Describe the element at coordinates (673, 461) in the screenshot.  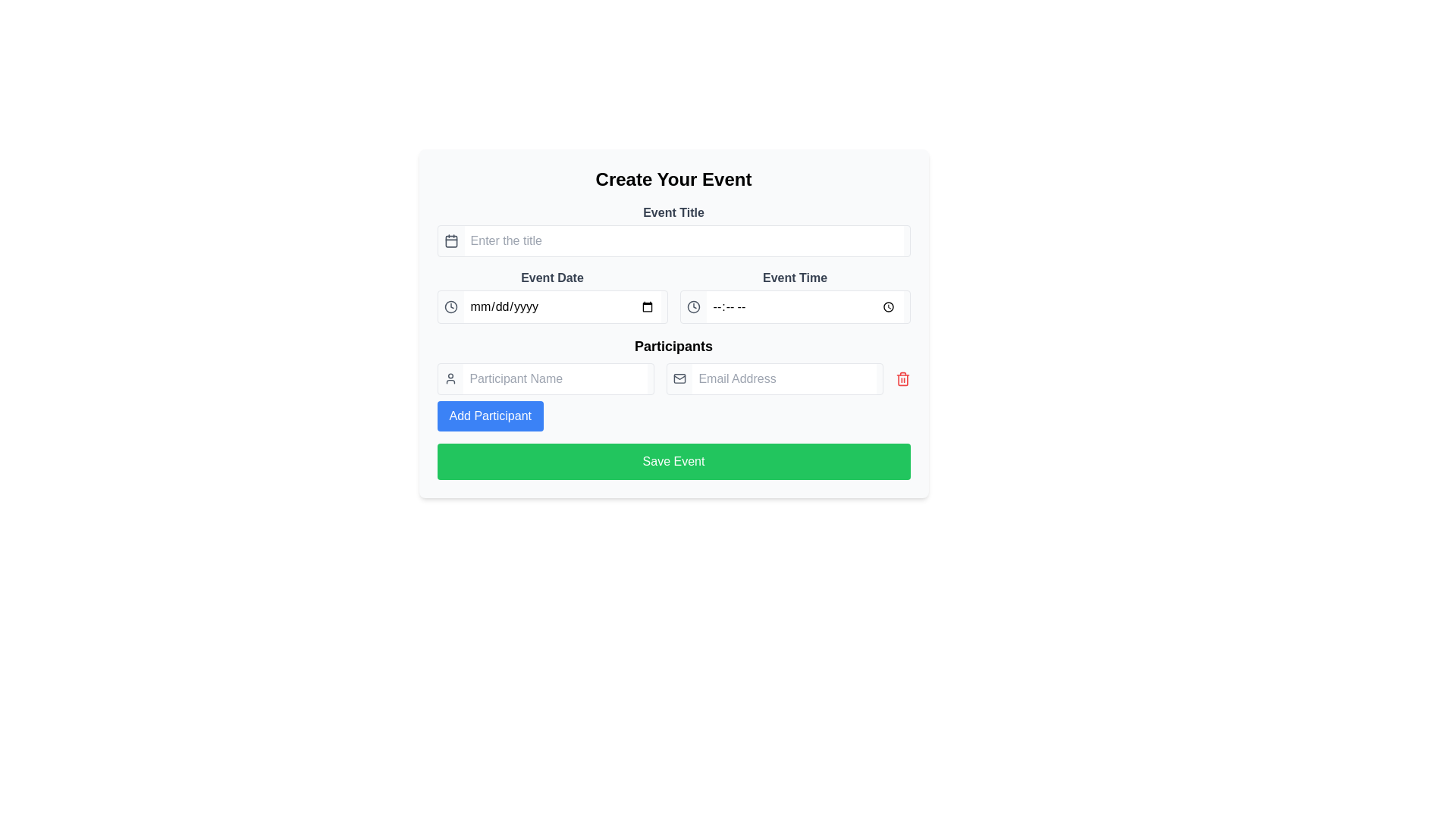
I see `the 'Save Event' button, which has a bright green background and white text, located at the bottom of the form layout` at that location.